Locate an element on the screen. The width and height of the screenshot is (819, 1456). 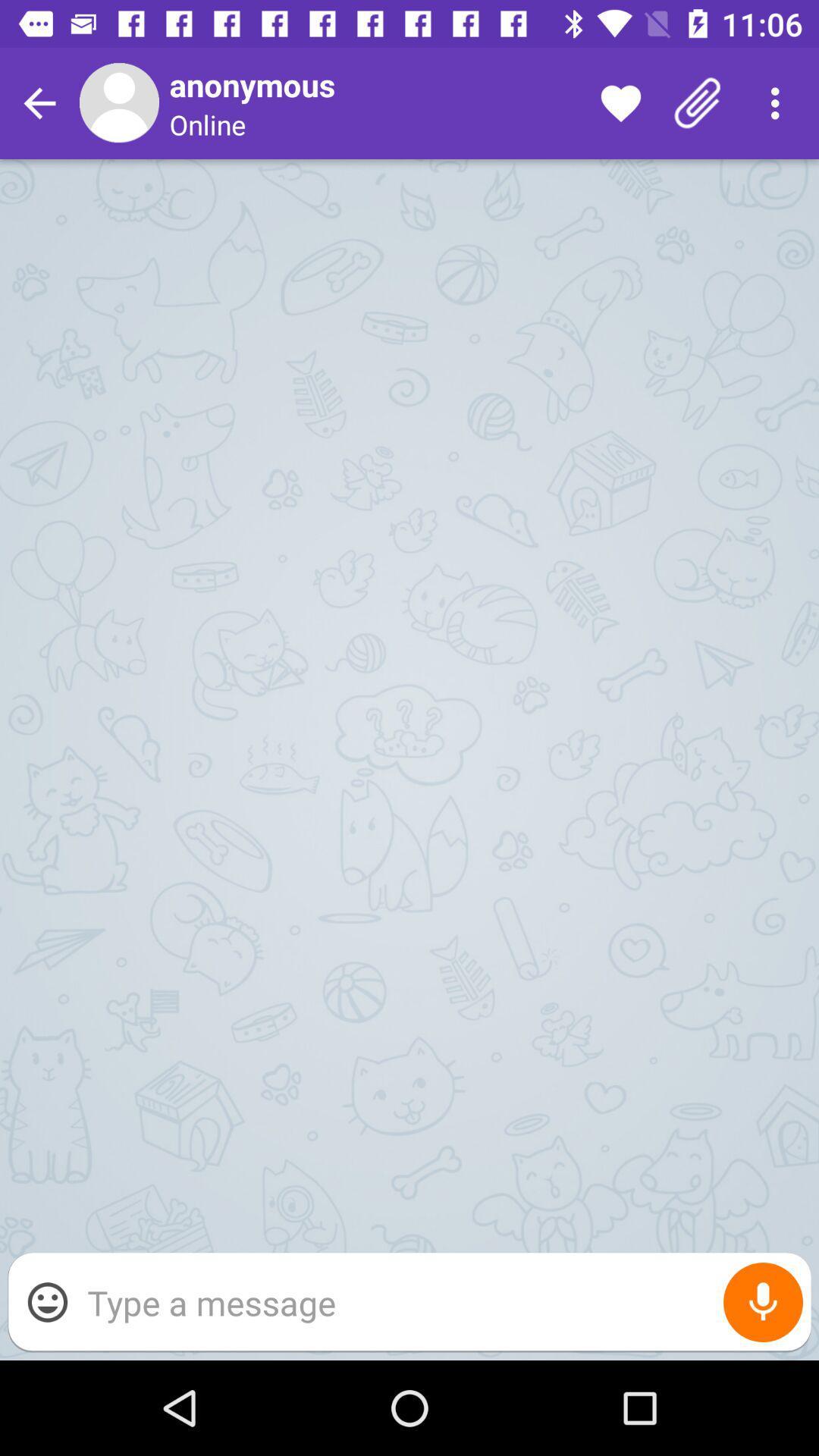
the item at the bottom left corner is located at coordinates (46, 1301).